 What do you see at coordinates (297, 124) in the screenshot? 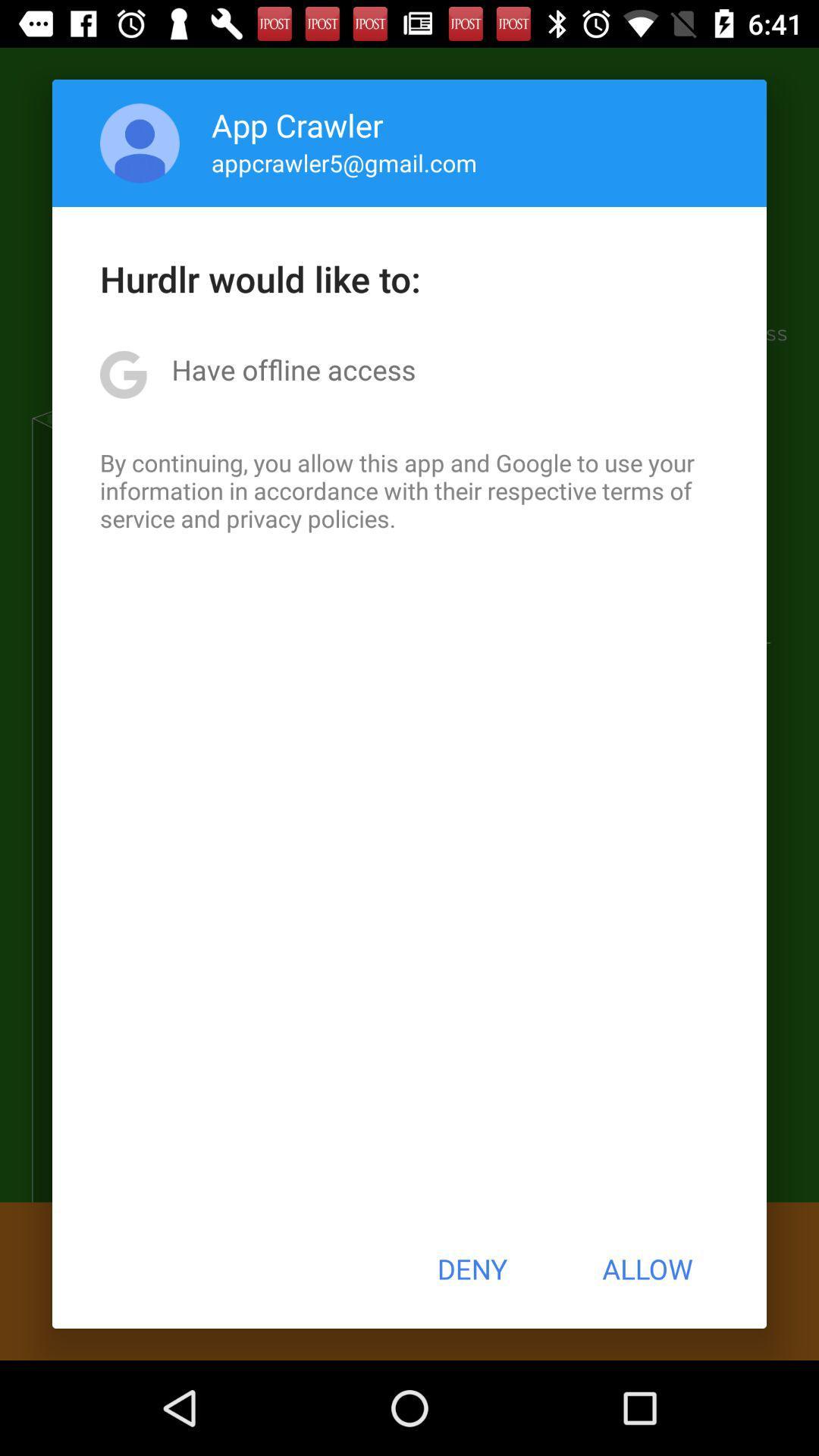
I see `app crawler` at bounding box center [297, 124].